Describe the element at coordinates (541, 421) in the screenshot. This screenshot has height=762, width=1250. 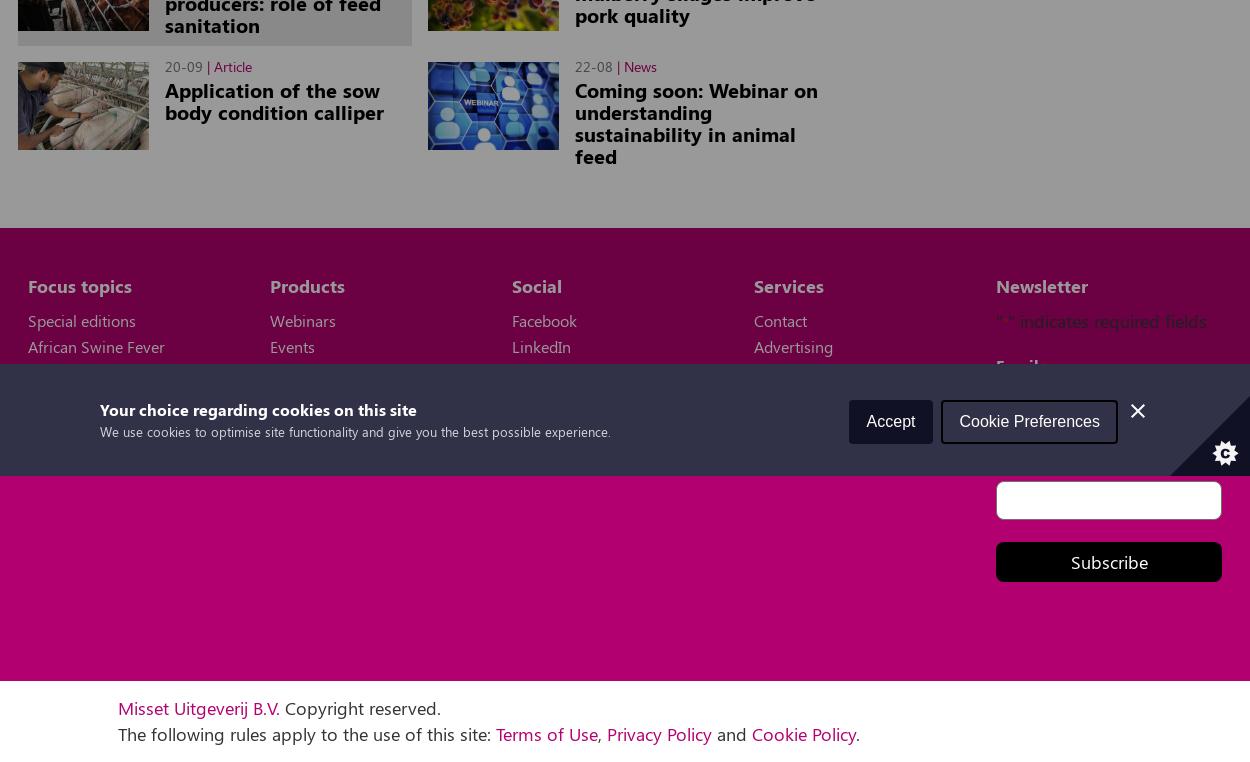
I see `'YouTube'` at that location.